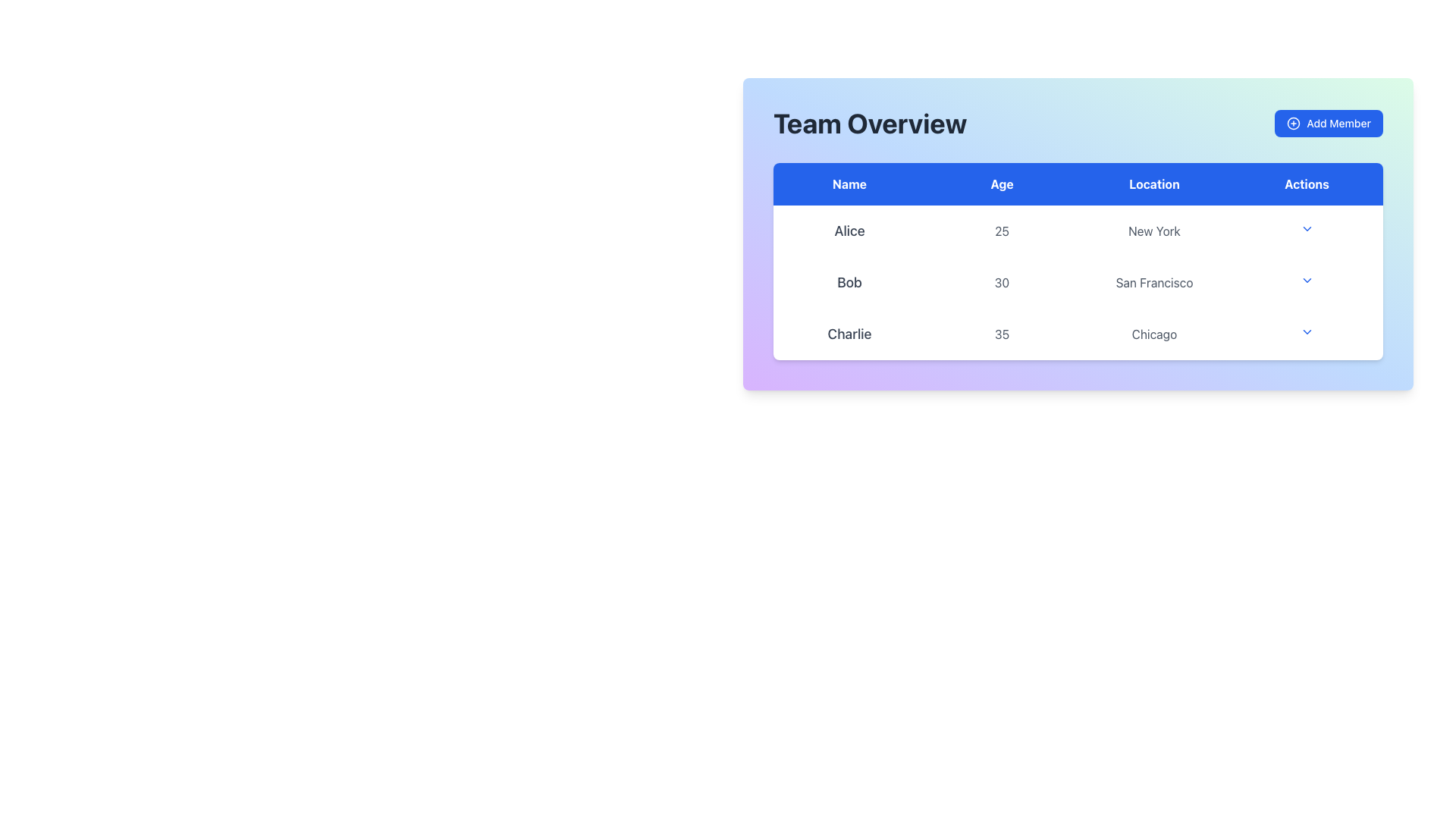  Describe the element at coordinates (1002, 184) in the screenshot. I see `the 'Age' Text Label element, which is a blue rectangular section with white text, located in the header row of a table between 'Name' and 'Location'` at that location.